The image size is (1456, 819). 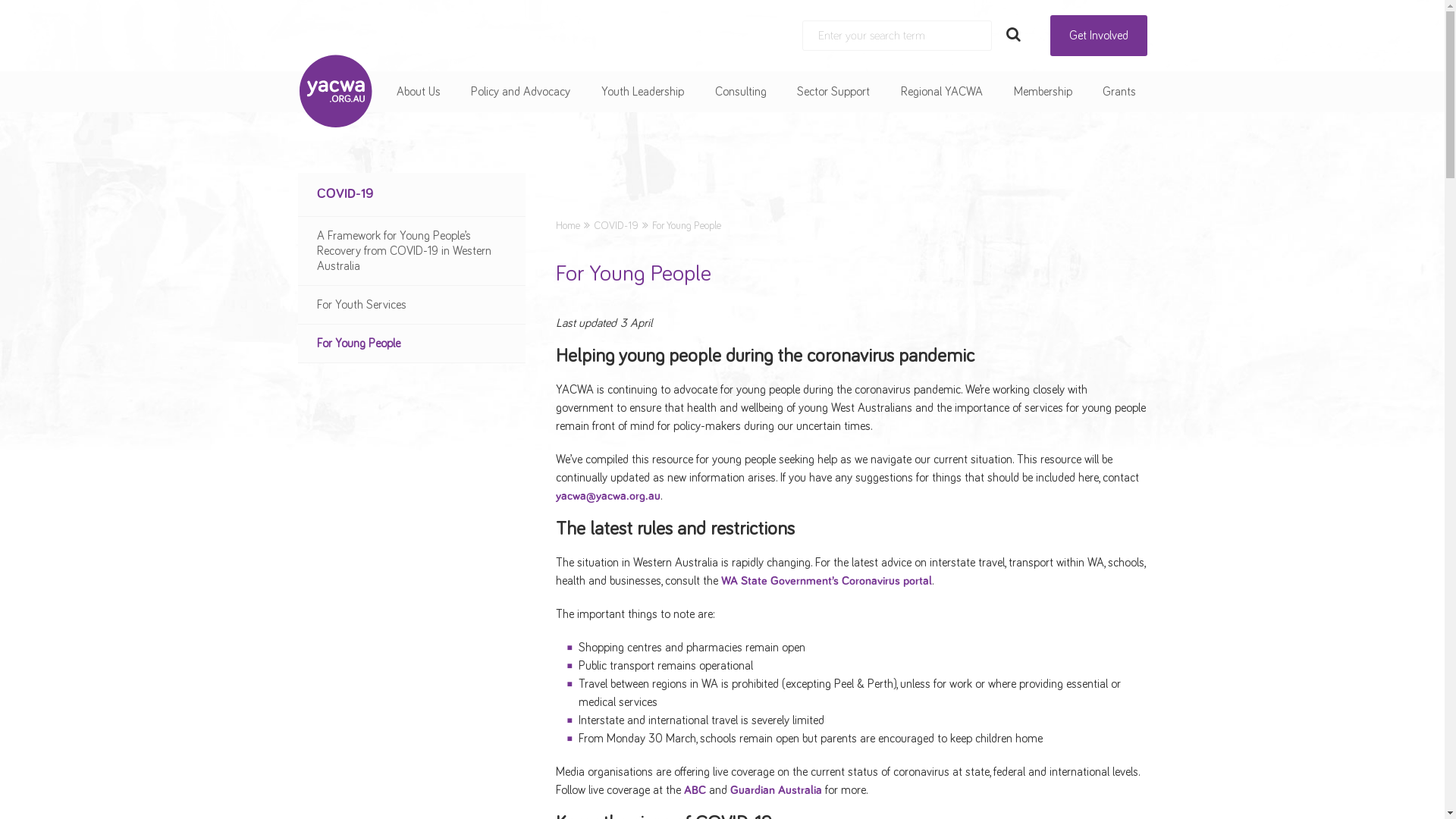 I want to click on 'yacwa@yacwa.org.au', so click(x=607, y=496).